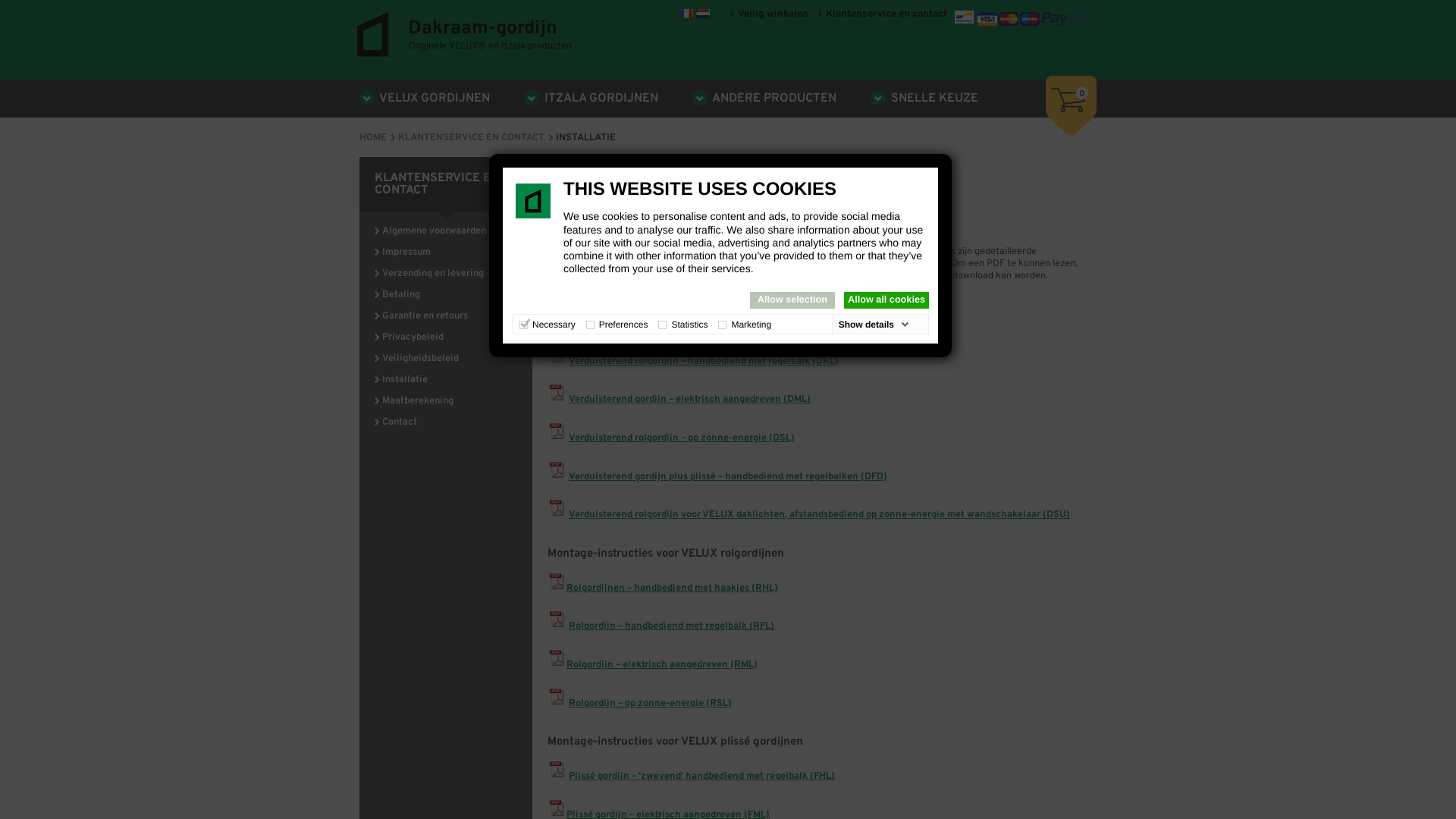 This screenshot has height=819, width=1456. What do you see at coordinates (400, 295) in the screenshot?
I see `'Betaling'` at bounding box center [400, 295].